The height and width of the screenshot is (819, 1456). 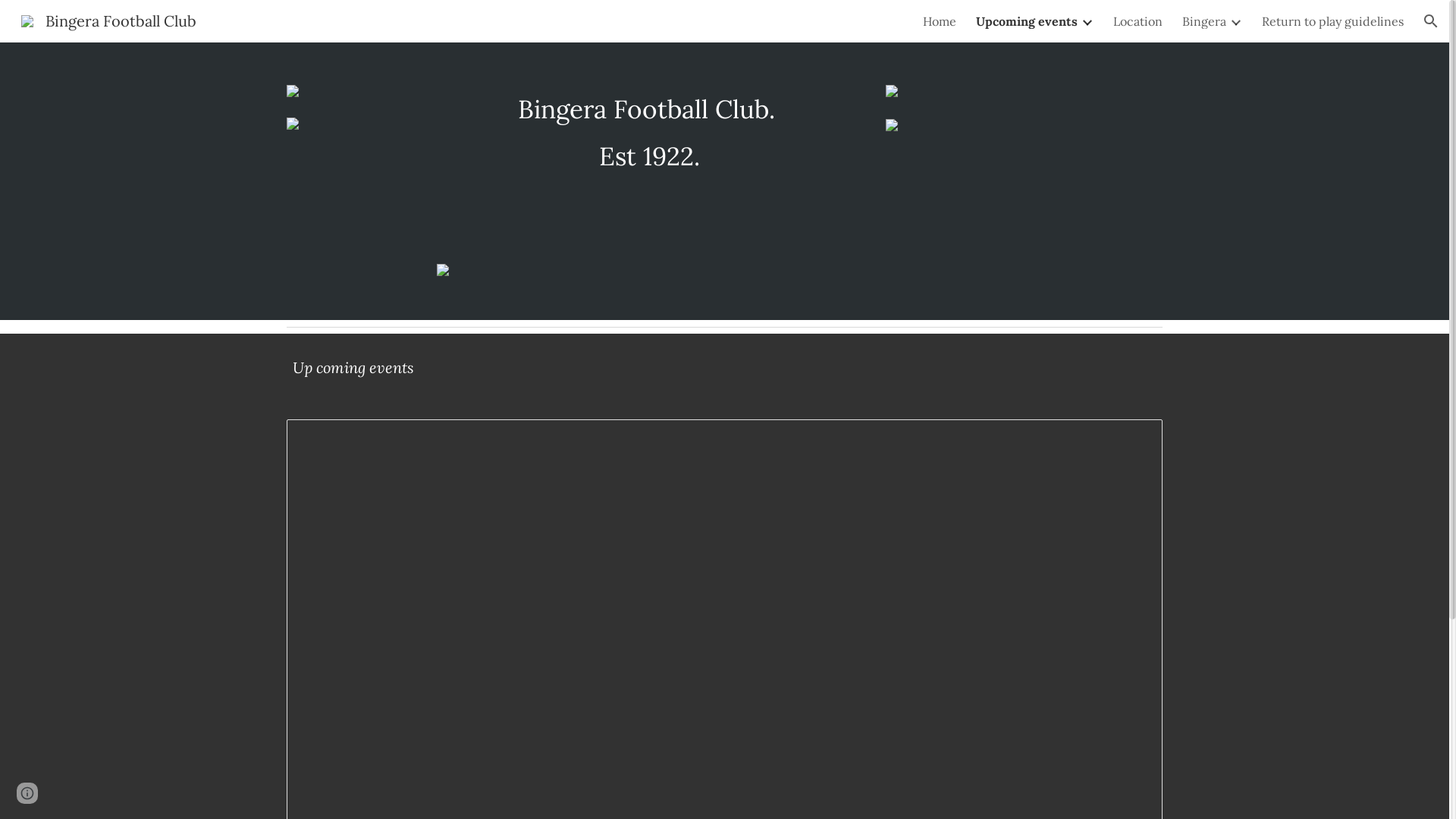 What do you see at coordinates (938, 20) in the screenshot?
I see `'Home'` at bounding box center [938, 20].